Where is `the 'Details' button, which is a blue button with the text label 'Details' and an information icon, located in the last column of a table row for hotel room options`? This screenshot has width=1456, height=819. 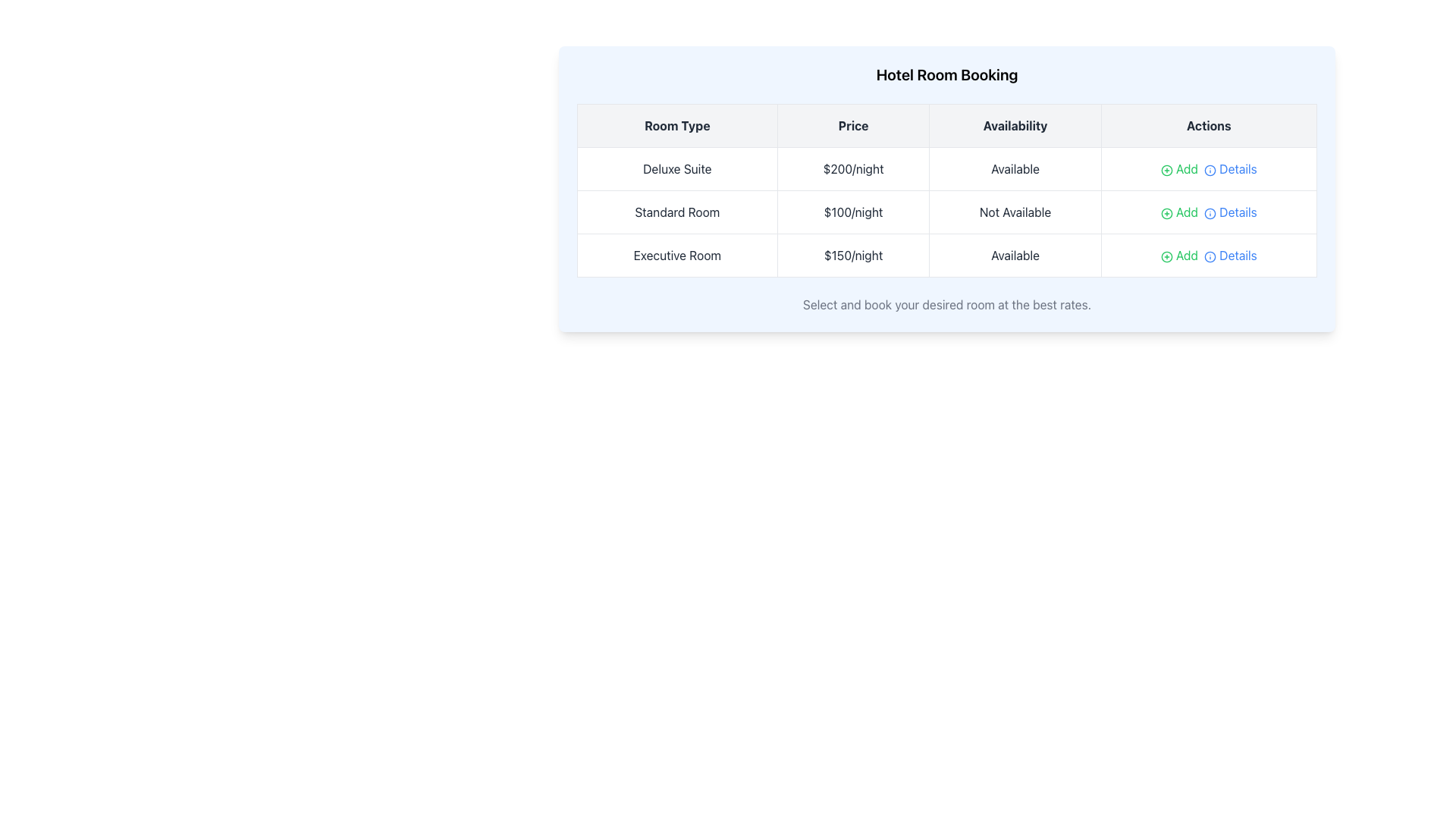 the 'Details' button, which is a blue button with the text label 'Details' and an information icon, located in the last column of a table row for hotel room options is located at coordinates (1230, 169).